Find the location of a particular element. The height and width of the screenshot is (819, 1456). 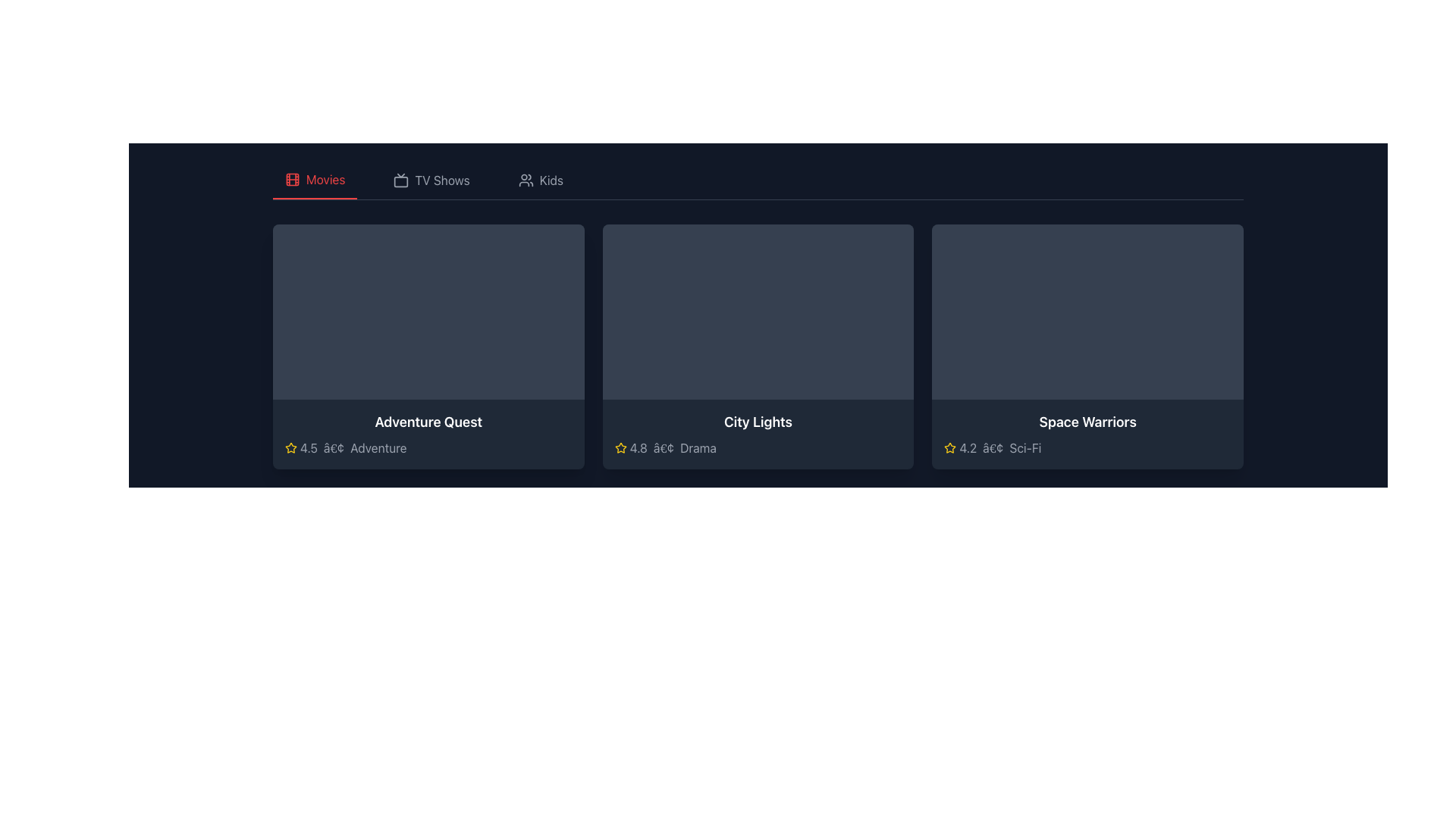

the rating icon located at the bottom-left area of the first card labeled 'Adventure Quest' is located at coordinates (291, 447).